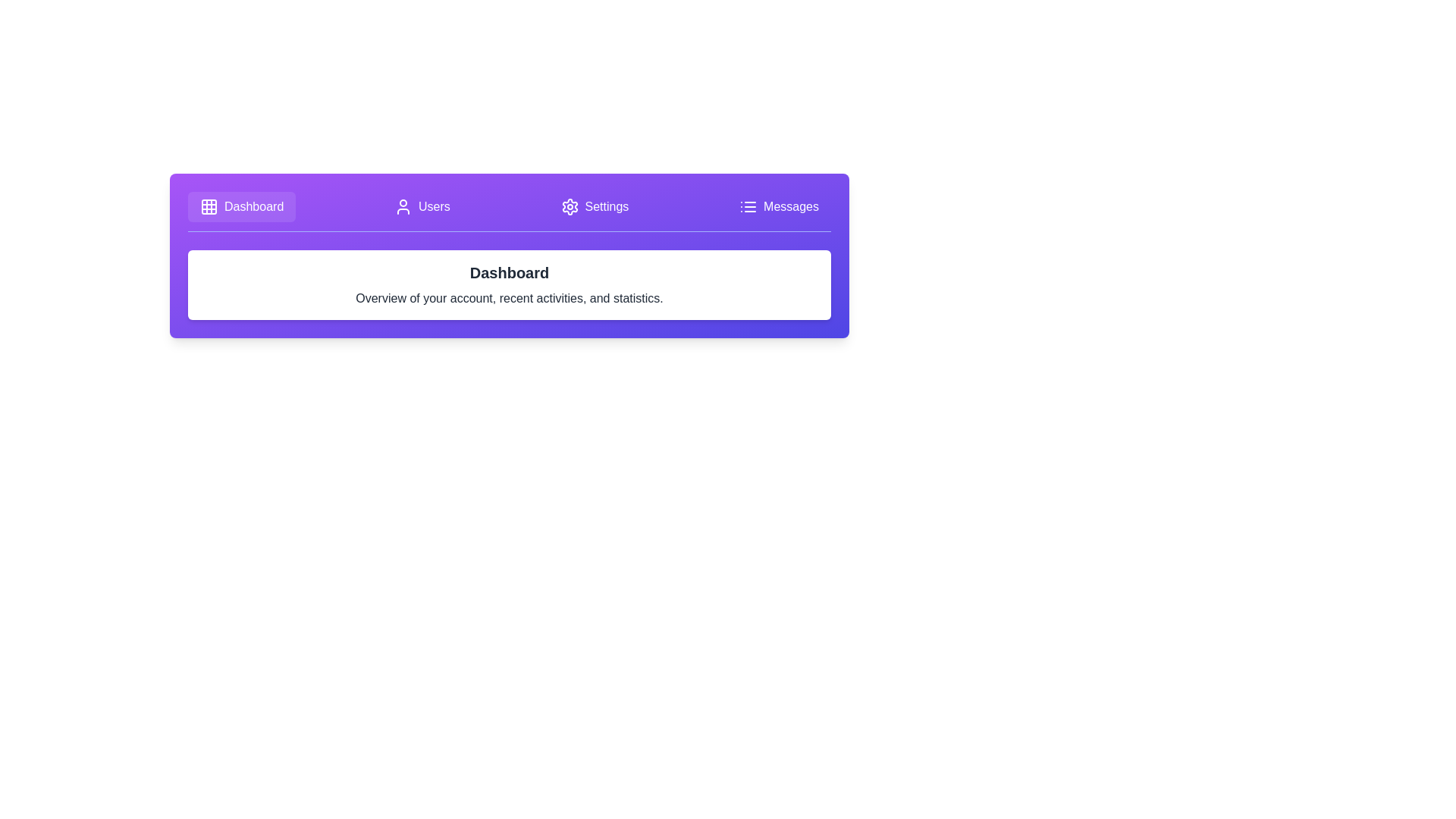 The height and width of the screenshot is (819, 1456). Describe the element at coordinates (241, 207) in the screenshot. I see `the 'Dashboard' button, which is a rectangular button with rounded corners, located in the navigation bar, to trigger hover effects` at that location.